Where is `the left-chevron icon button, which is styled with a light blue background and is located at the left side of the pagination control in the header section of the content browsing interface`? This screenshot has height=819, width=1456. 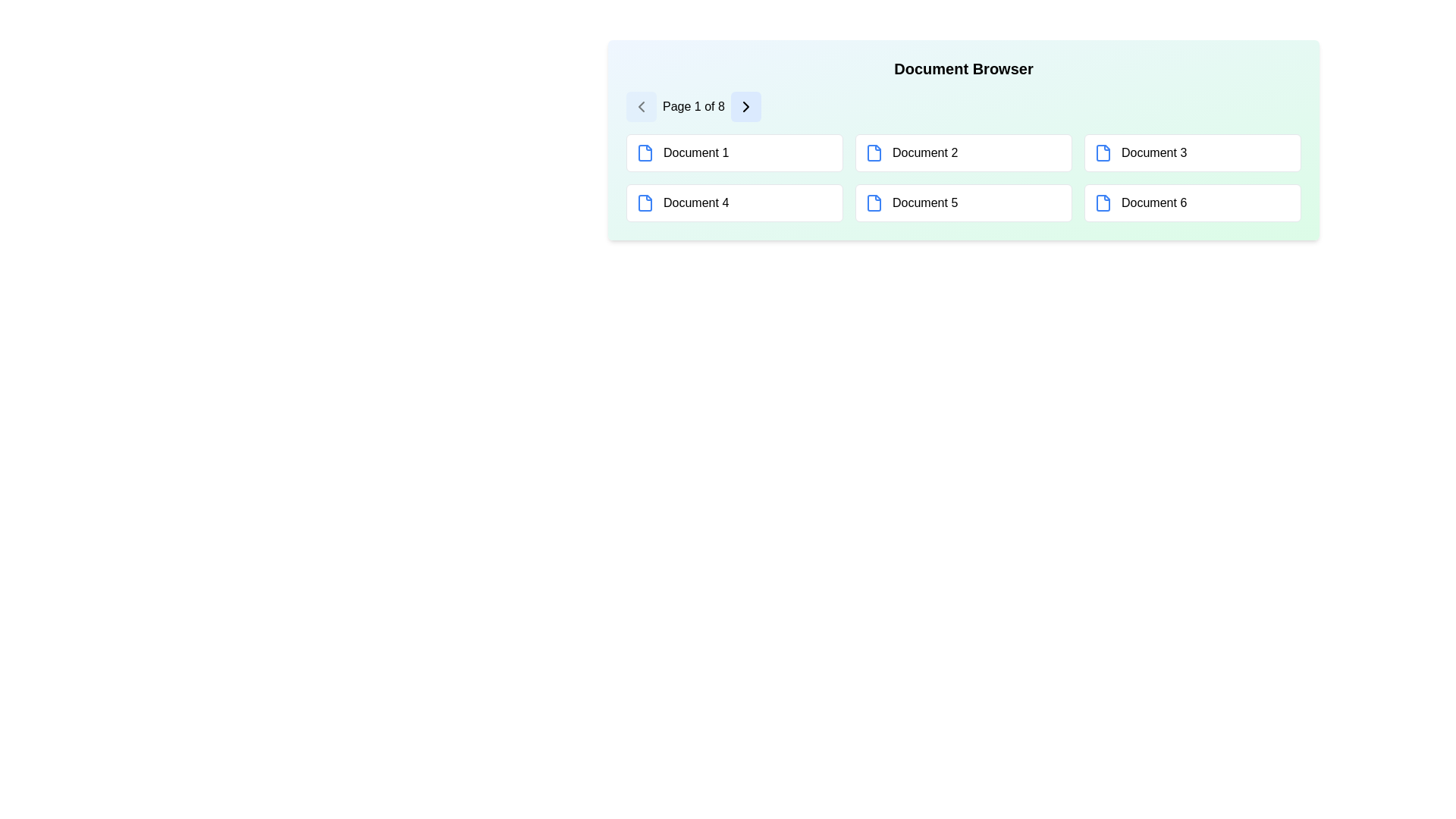 the left-chevron icon button, which is styled with a light blue background and is located at the left side of the pagination control in the header section of the content browsing interface is located at coordinates (641, 106).